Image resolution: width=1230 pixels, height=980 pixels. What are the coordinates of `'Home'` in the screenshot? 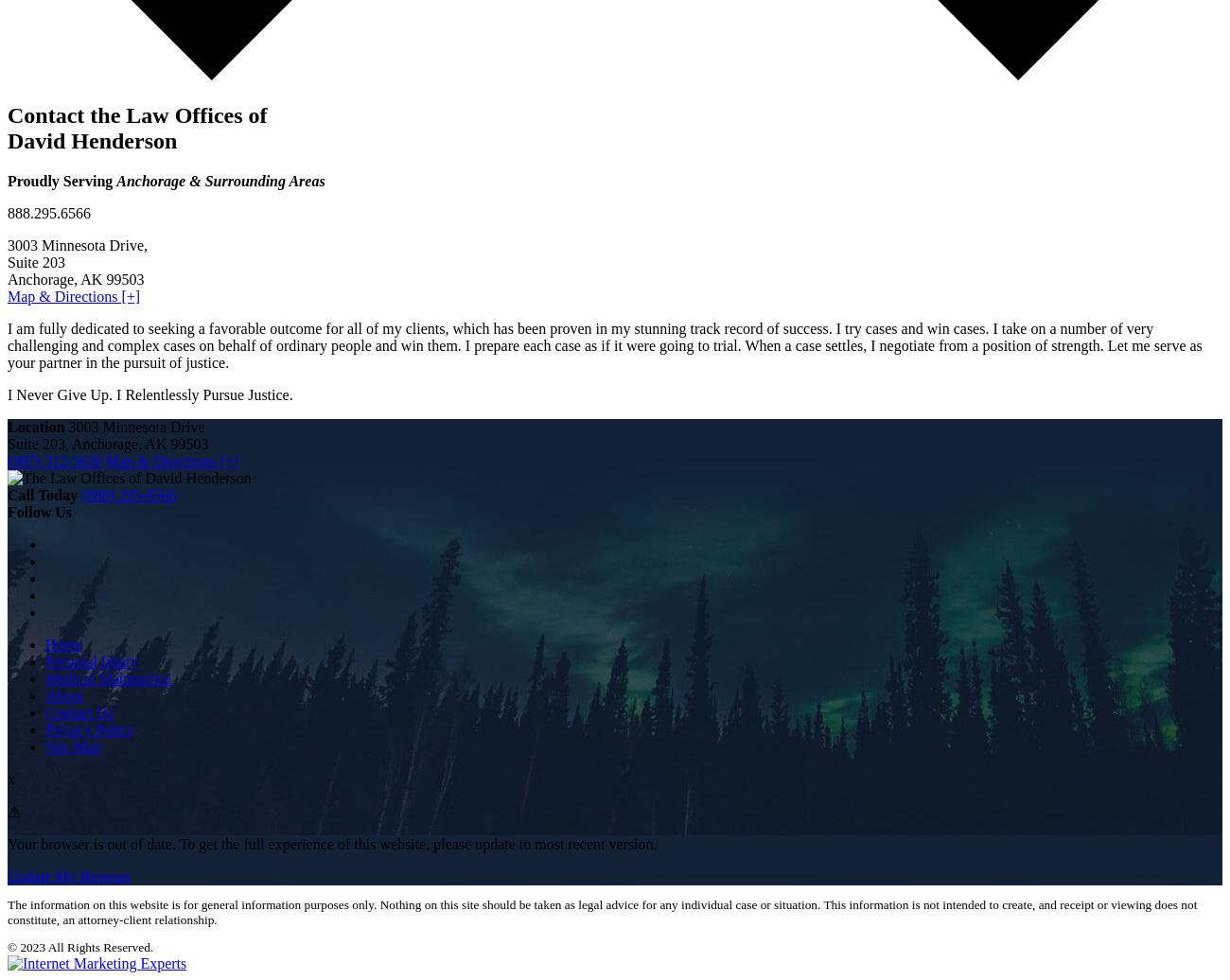 It's located at (63, 643).